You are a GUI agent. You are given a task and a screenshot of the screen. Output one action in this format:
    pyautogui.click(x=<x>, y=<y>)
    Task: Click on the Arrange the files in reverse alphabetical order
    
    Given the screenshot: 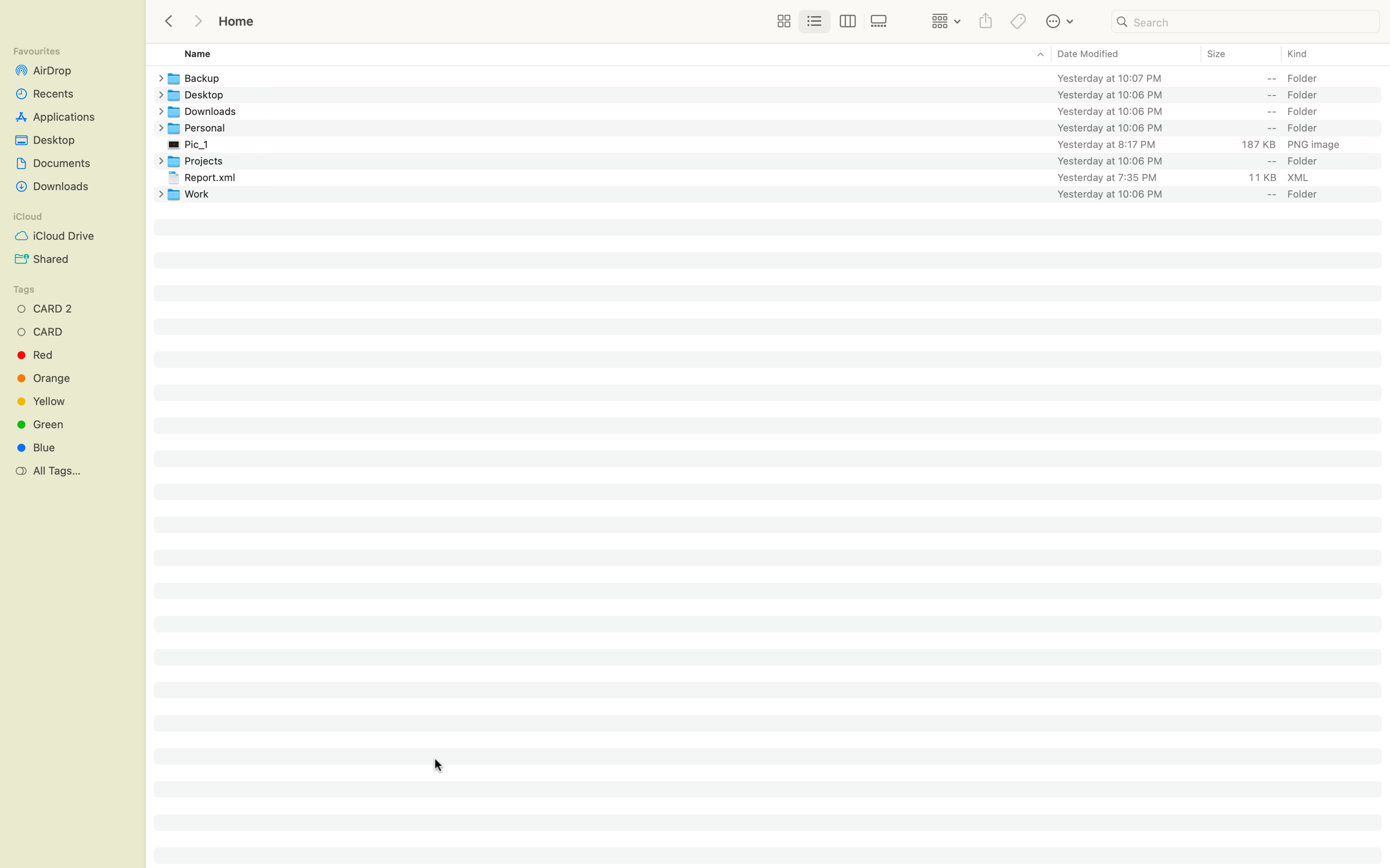 What is the action you would take?
    pyautogui.click(x=598, y=55)
    